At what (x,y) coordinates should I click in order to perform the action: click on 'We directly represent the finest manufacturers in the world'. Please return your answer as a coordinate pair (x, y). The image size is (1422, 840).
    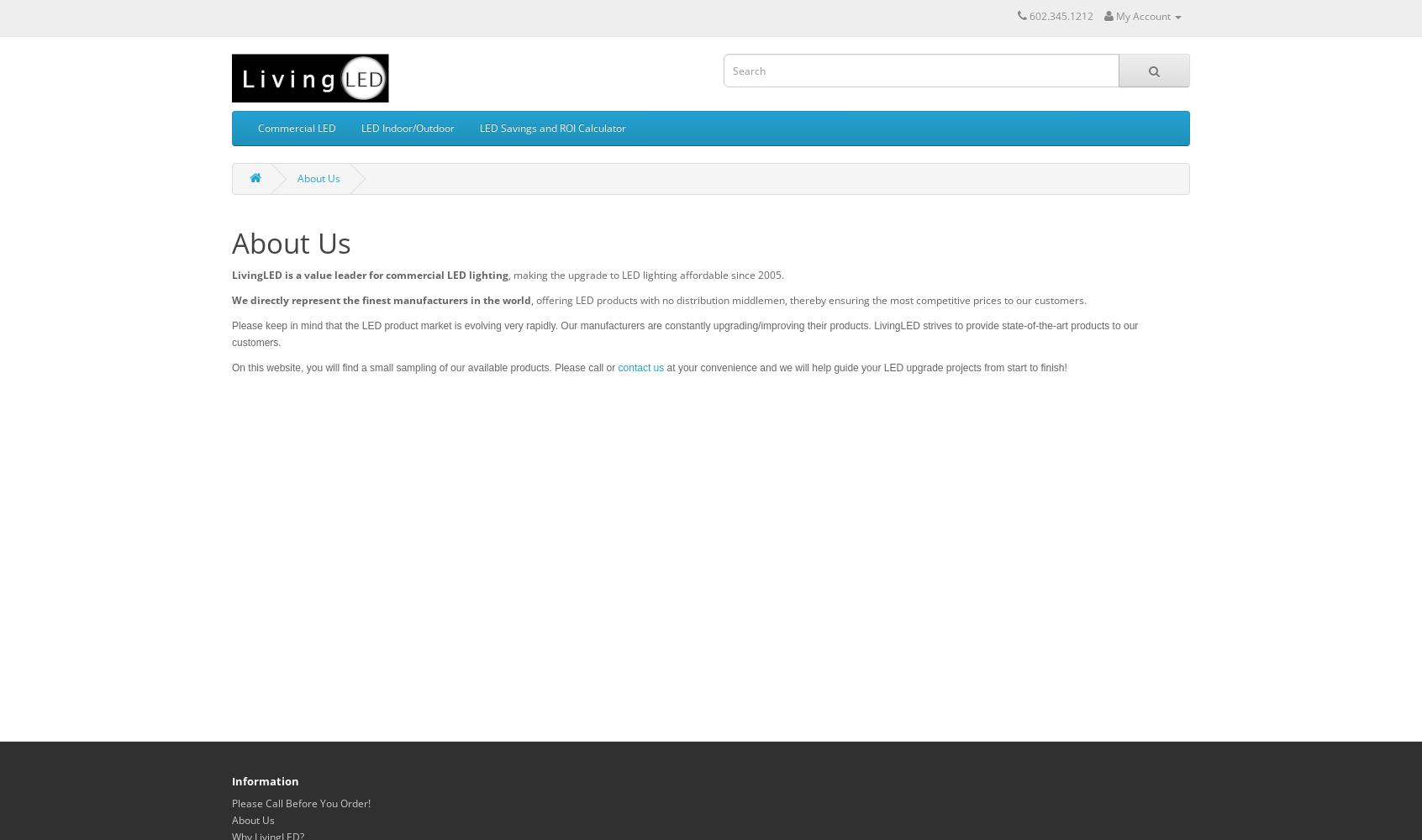
    Looking at the image, I should click on (380, 299).